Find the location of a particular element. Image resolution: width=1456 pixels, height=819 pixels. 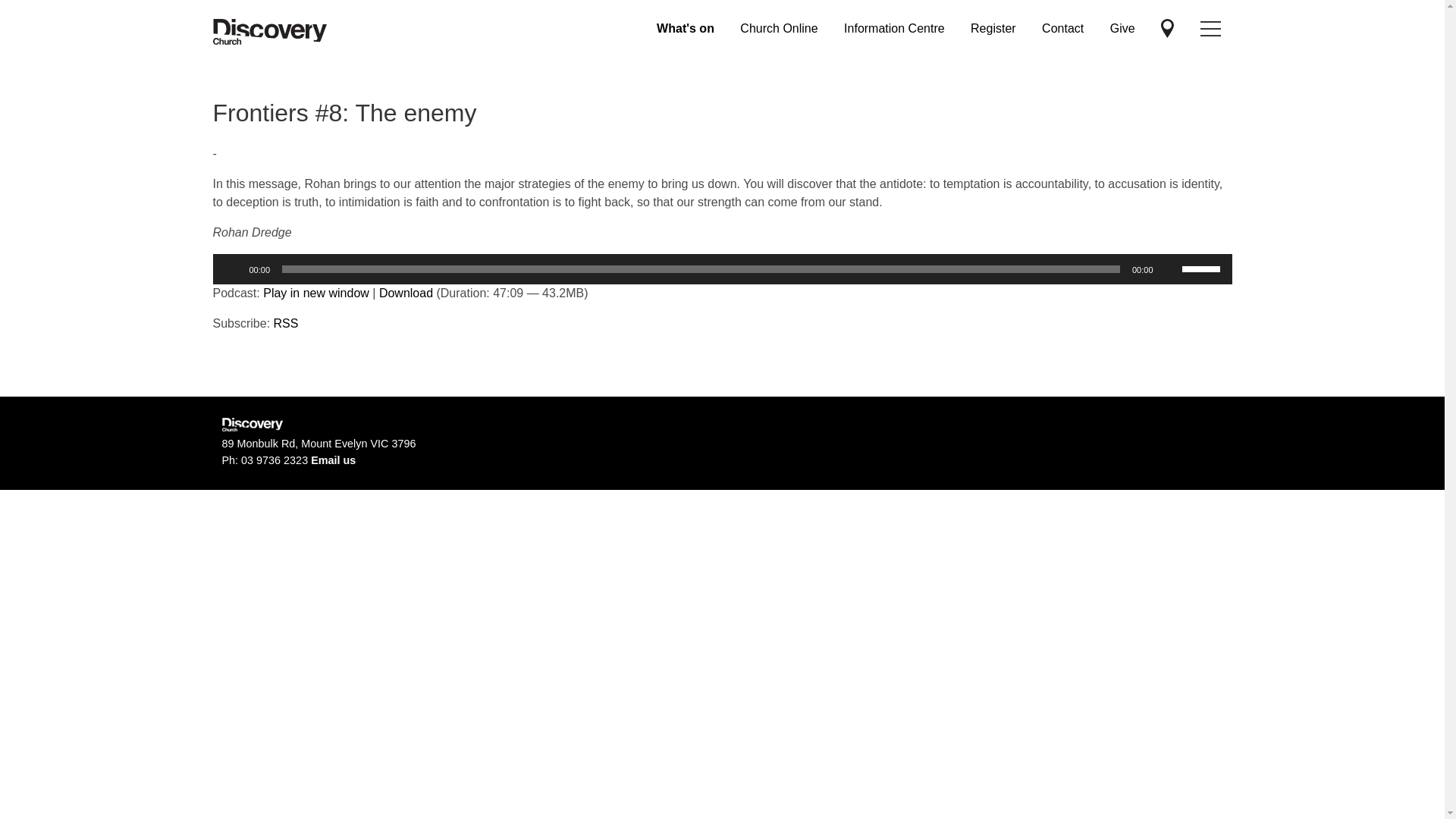

'What's on' is located at coordinates (684, 28).